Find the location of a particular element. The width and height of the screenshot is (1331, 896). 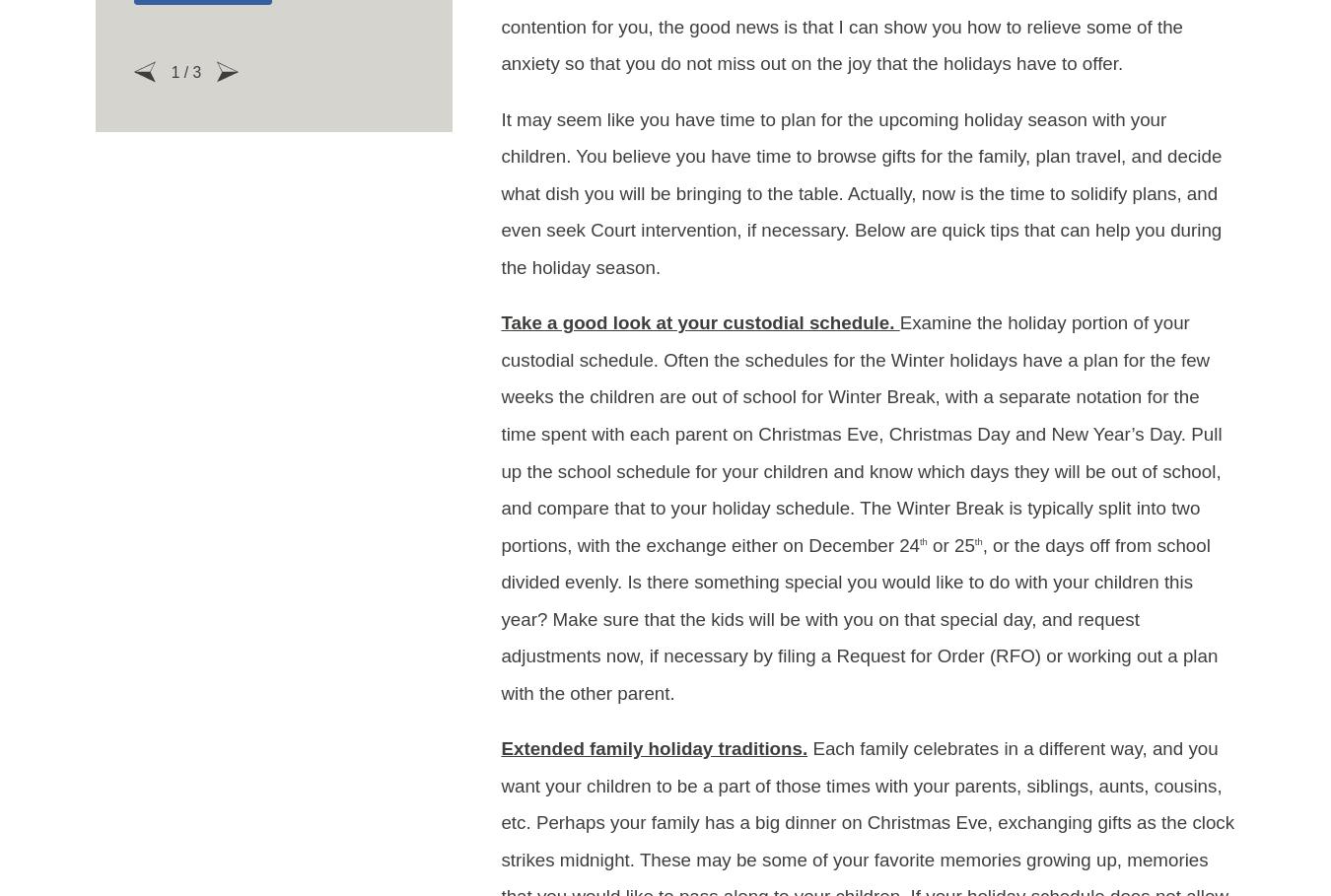

'951-400-5273' is located at coordinates (665, 568).